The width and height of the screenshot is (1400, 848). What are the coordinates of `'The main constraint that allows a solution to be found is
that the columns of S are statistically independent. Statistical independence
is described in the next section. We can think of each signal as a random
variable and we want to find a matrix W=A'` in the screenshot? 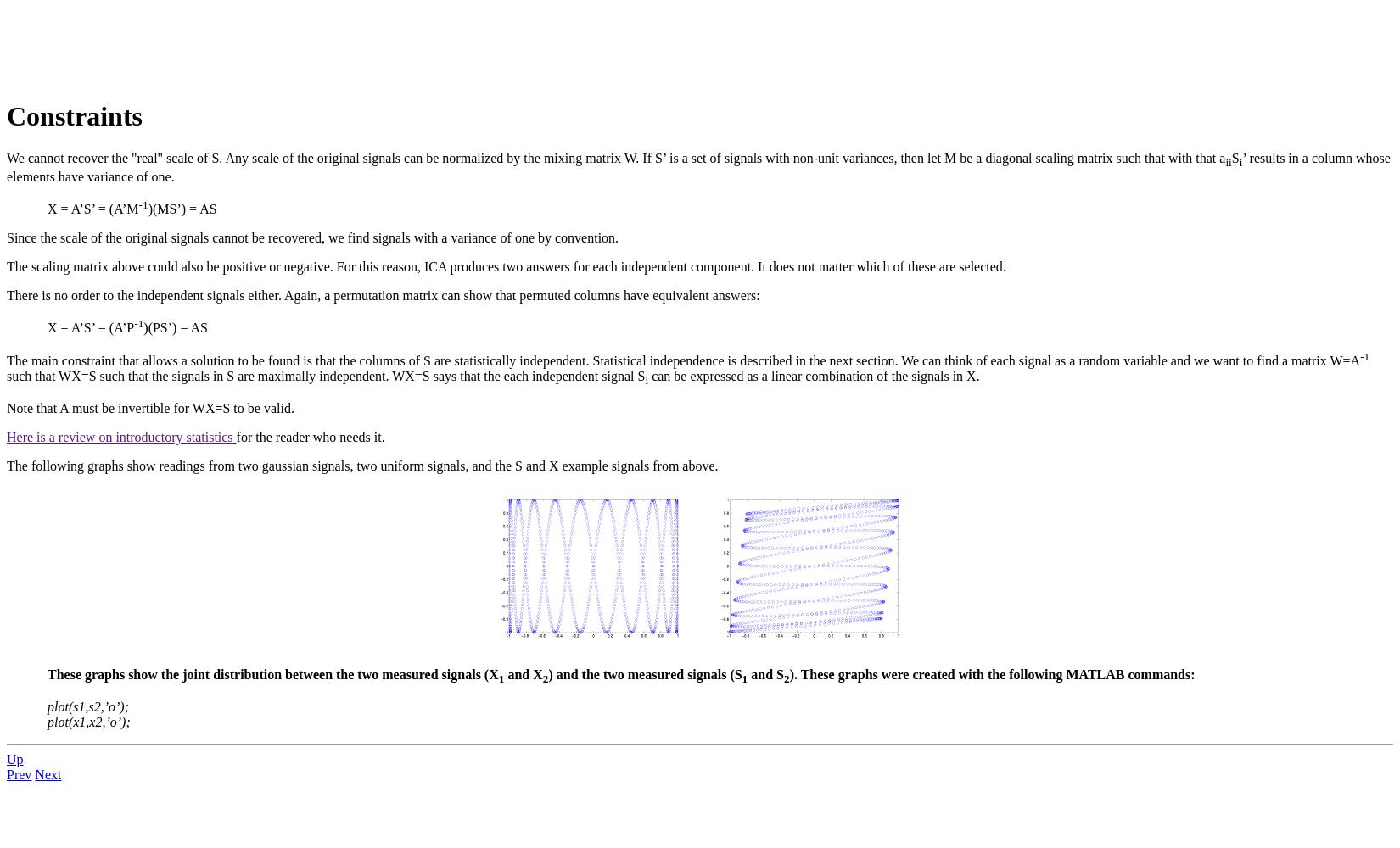 It's located at (6, 360).